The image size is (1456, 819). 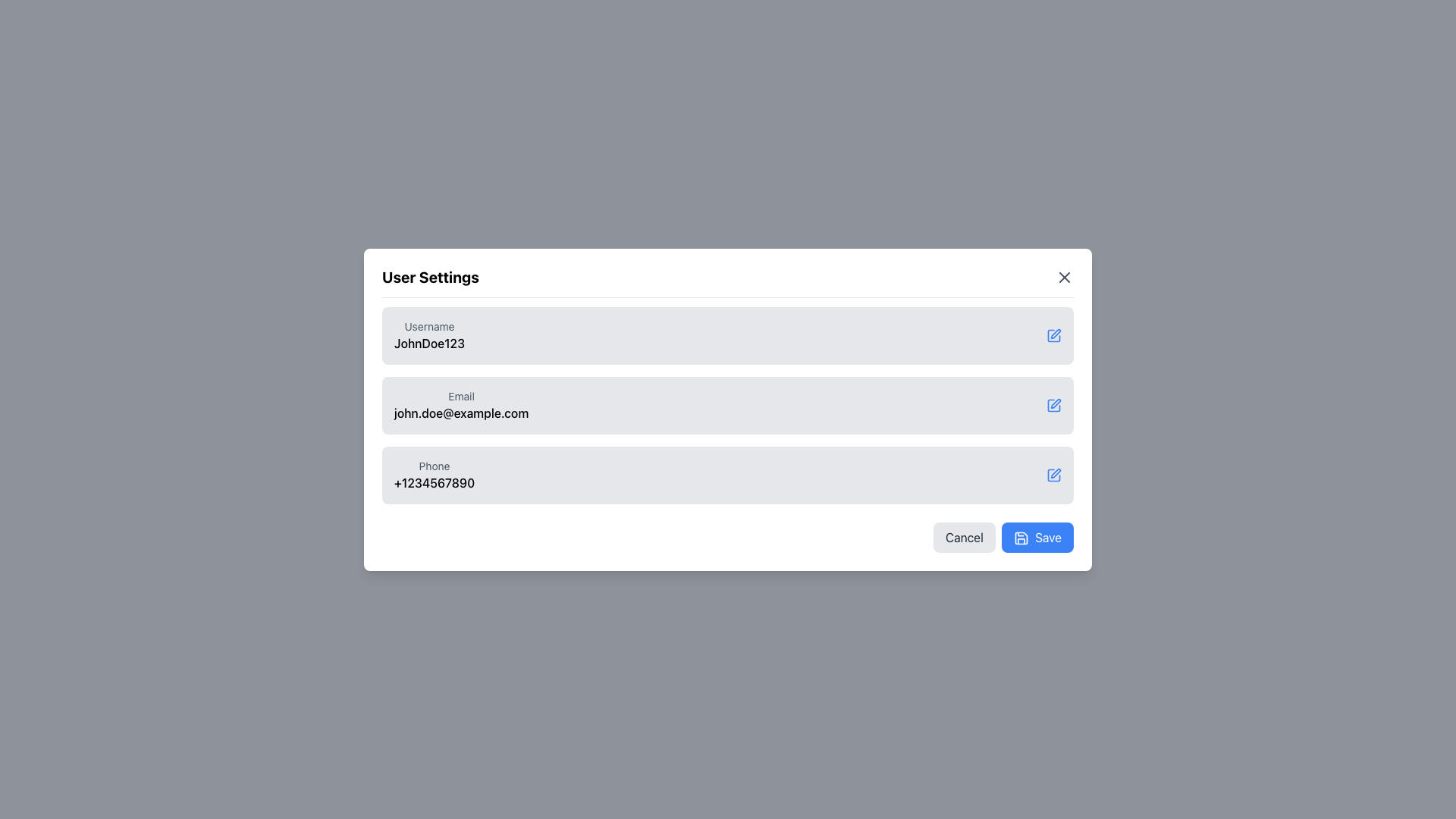 What do you see at coordinates (460, 413) in the screenshot?
I see `text content of the 'john.doe@example.com' email displayed in black font under the 'Email' section of the 'User Settings' modal` at bounding box center [460, 413].